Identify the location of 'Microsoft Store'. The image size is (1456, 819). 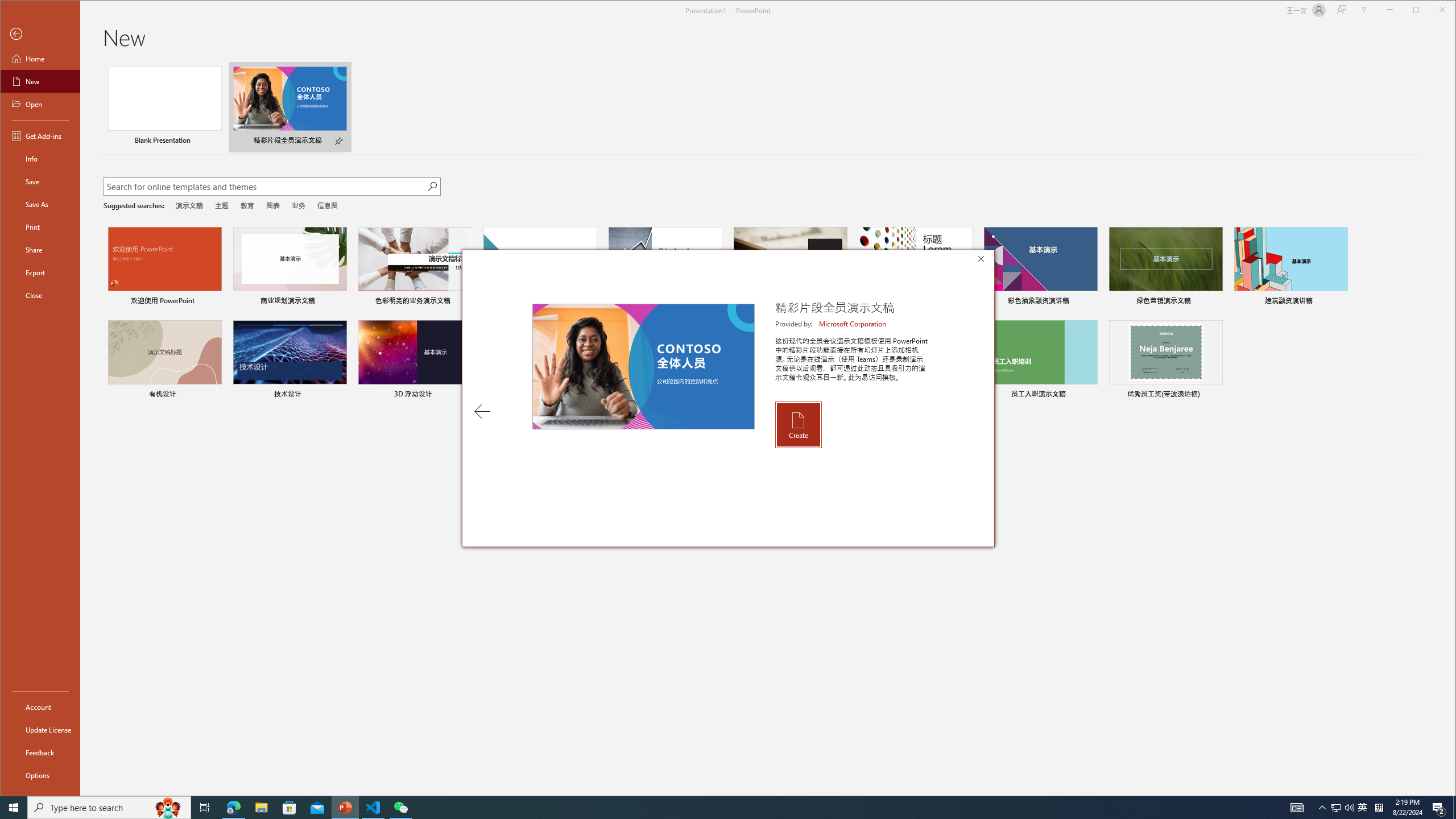
(289, 806).